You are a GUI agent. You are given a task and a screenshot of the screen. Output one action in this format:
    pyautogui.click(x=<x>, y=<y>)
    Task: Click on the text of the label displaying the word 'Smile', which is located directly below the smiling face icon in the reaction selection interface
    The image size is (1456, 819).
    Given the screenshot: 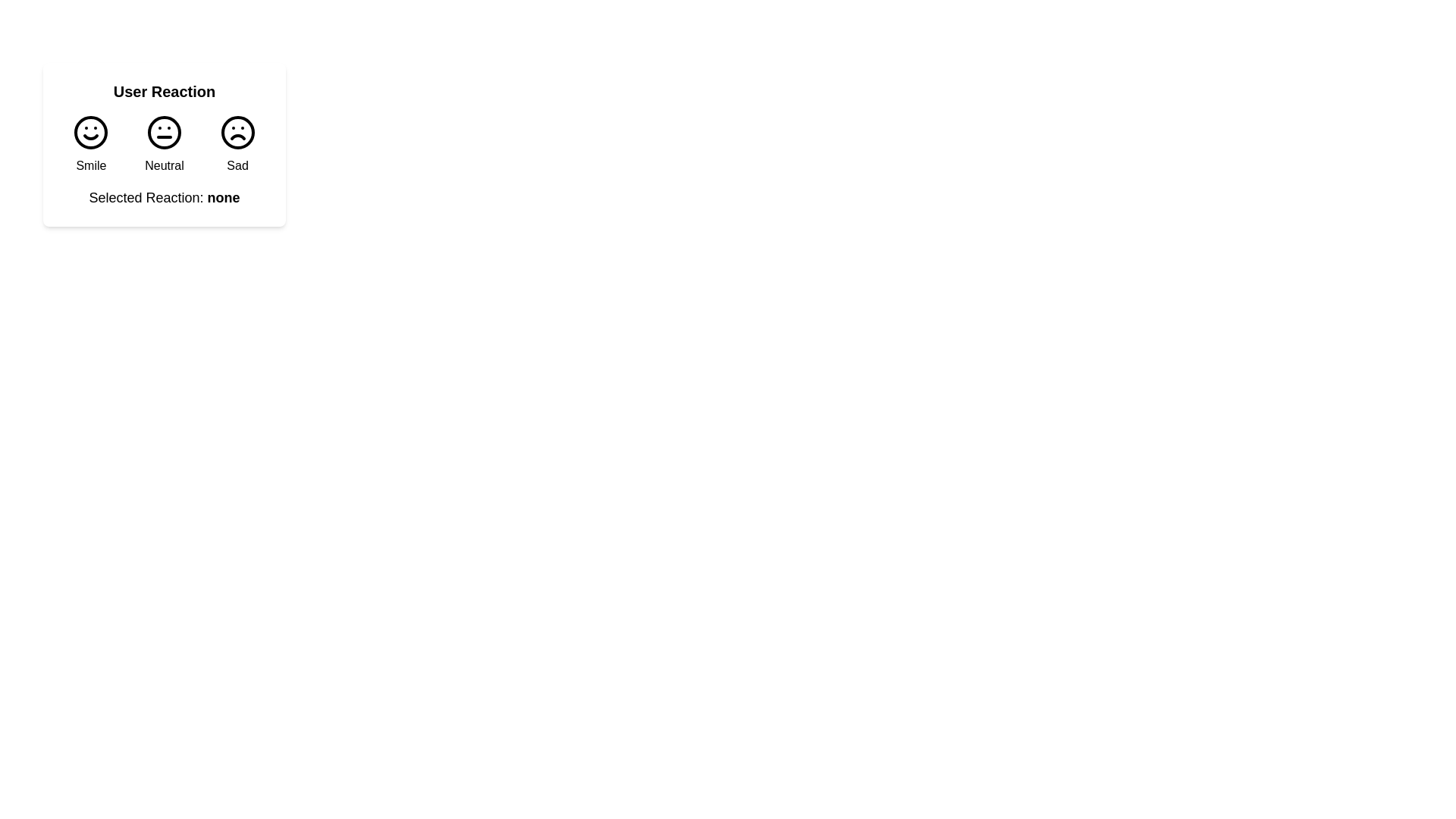 What is the action you would take?
    pyautogui.click(x=90, y=166)
    